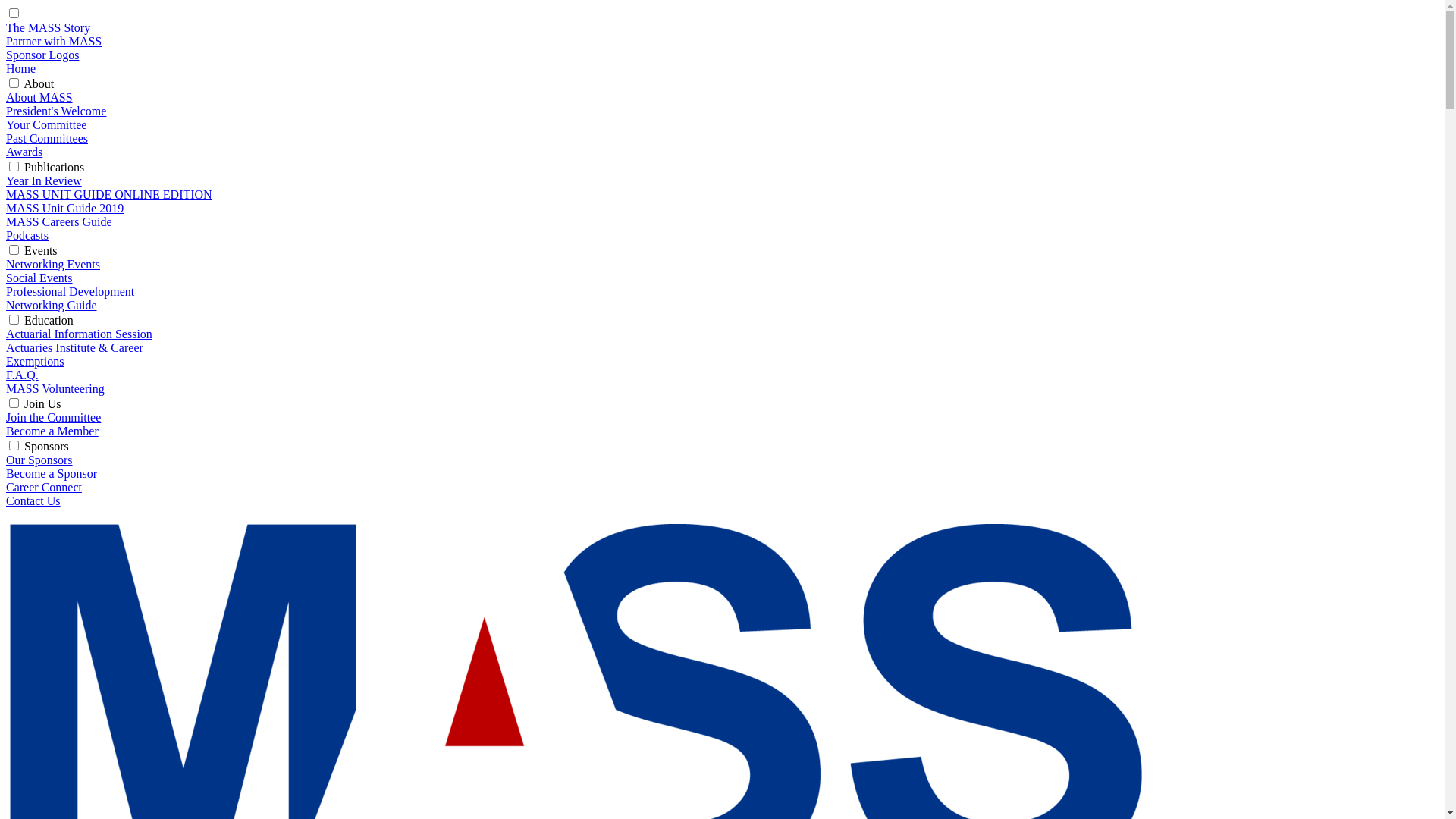  What do you see at coordinates (6, 152) in the screenshot?
I see `'Awards'` at bounding box center [6, 152].